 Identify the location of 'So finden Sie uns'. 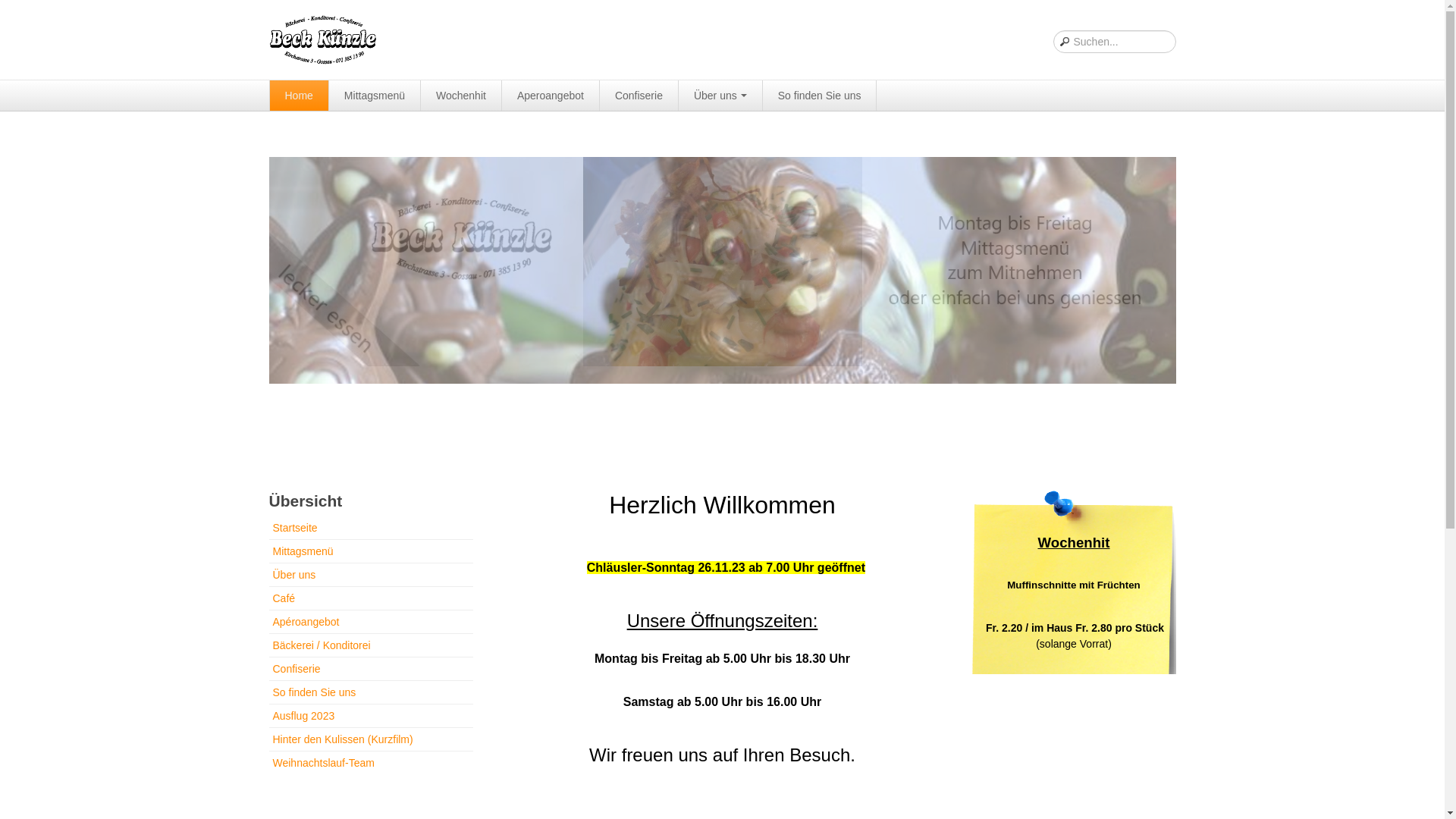
(819, 96).